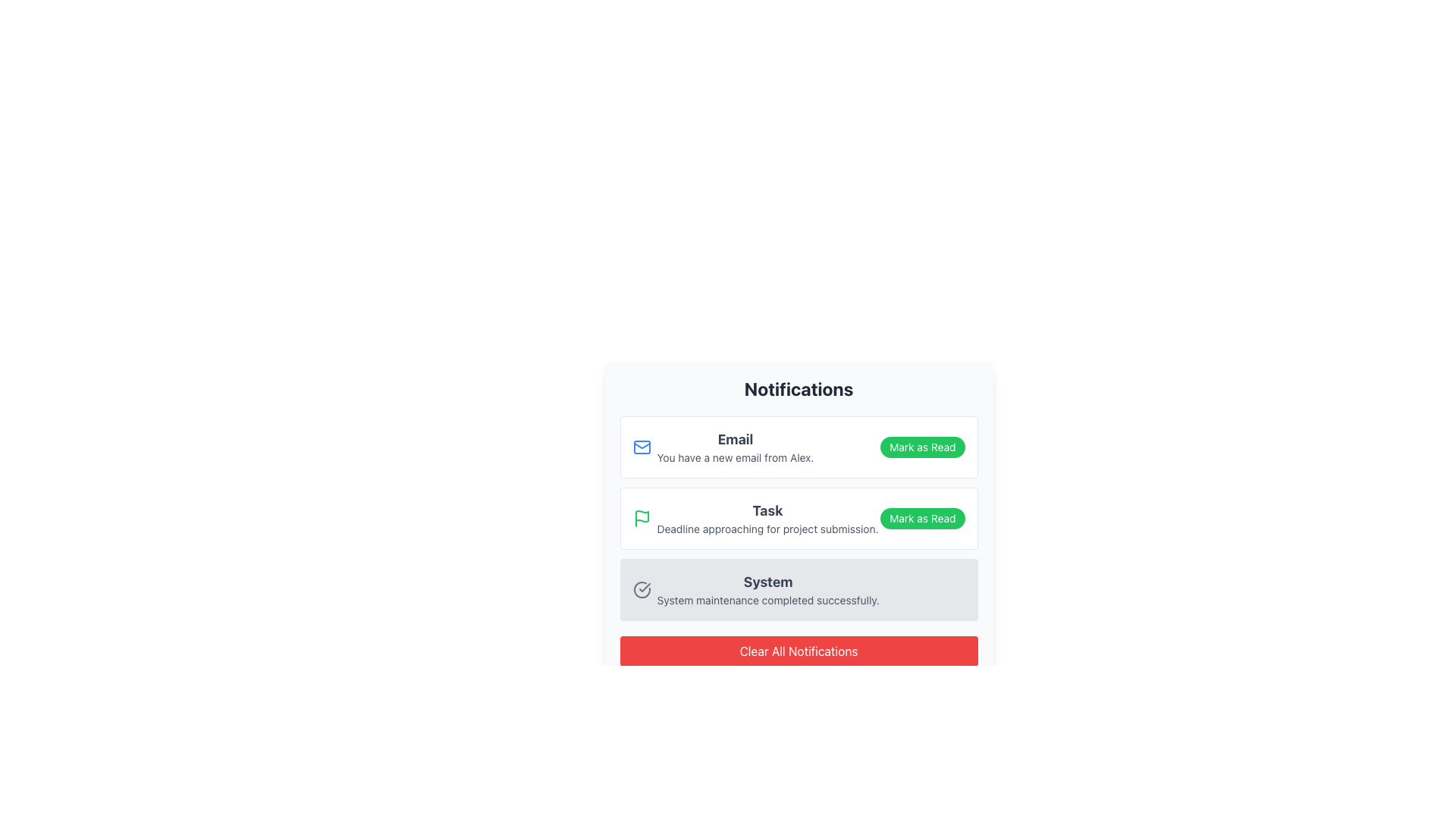 This screenshot has height=819, width=1456. I want to click on the text of the second notification item that alerts the user about an imminent project deadline, so click(755, 517).